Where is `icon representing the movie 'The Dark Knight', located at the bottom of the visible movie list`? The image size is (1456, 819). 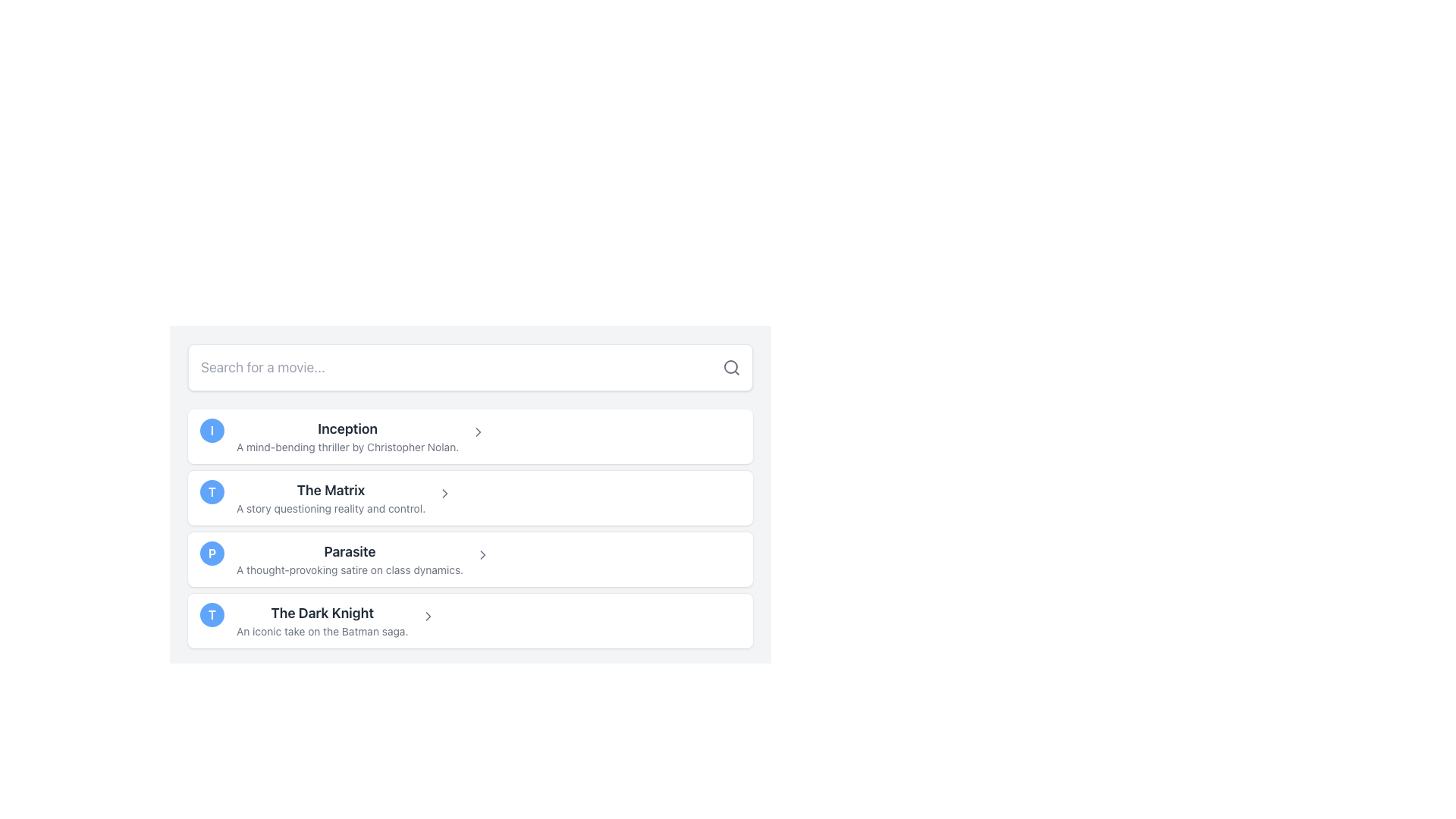
icon representing the movie 'The Dark Knight', located at the bottom of the visible movie list is located at coordinates (211, 614).